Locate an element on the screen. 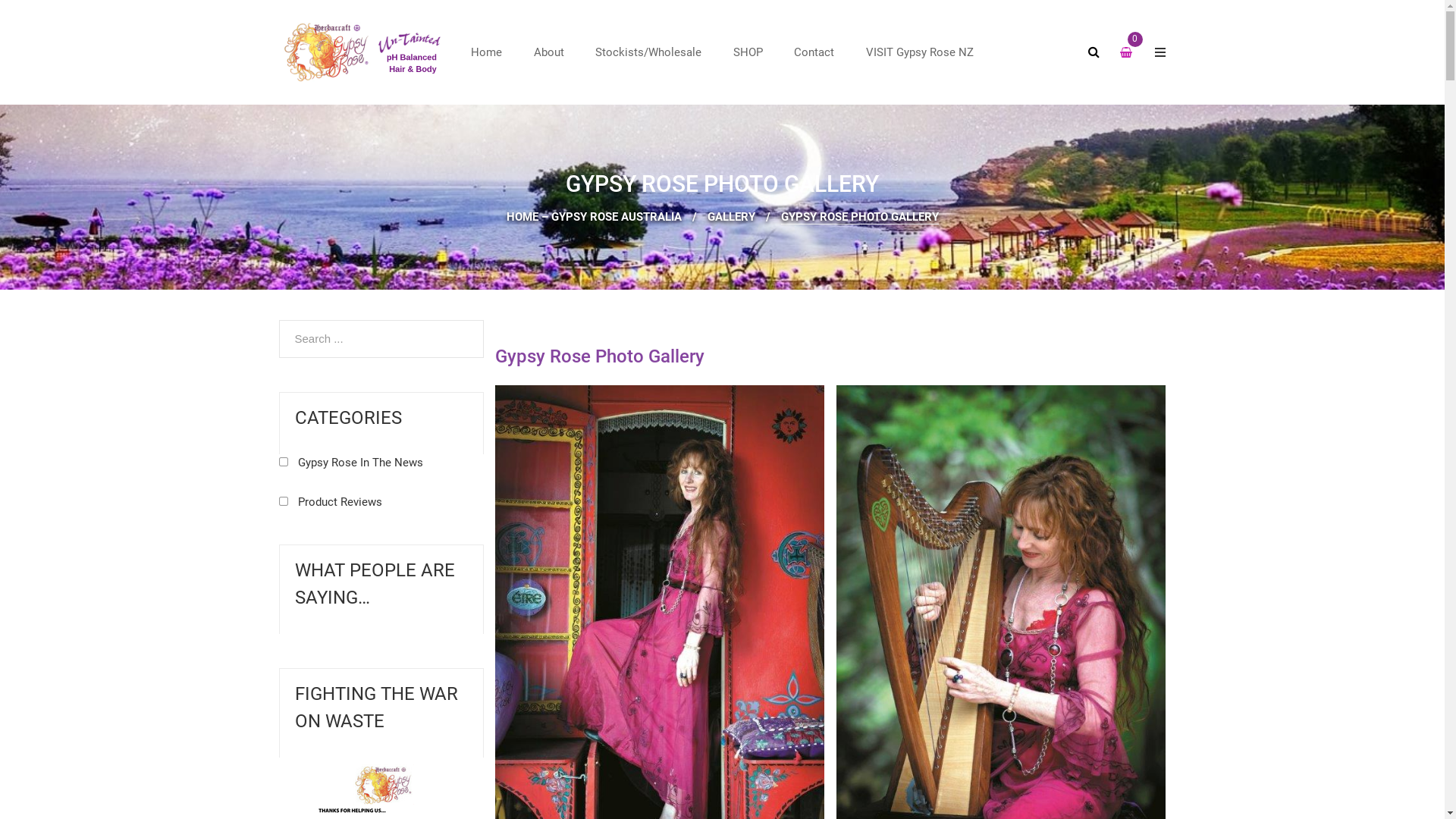 This screenshot has height=819, width=1456. 'Gypsy Rose' is located at coordinates (279, 52).